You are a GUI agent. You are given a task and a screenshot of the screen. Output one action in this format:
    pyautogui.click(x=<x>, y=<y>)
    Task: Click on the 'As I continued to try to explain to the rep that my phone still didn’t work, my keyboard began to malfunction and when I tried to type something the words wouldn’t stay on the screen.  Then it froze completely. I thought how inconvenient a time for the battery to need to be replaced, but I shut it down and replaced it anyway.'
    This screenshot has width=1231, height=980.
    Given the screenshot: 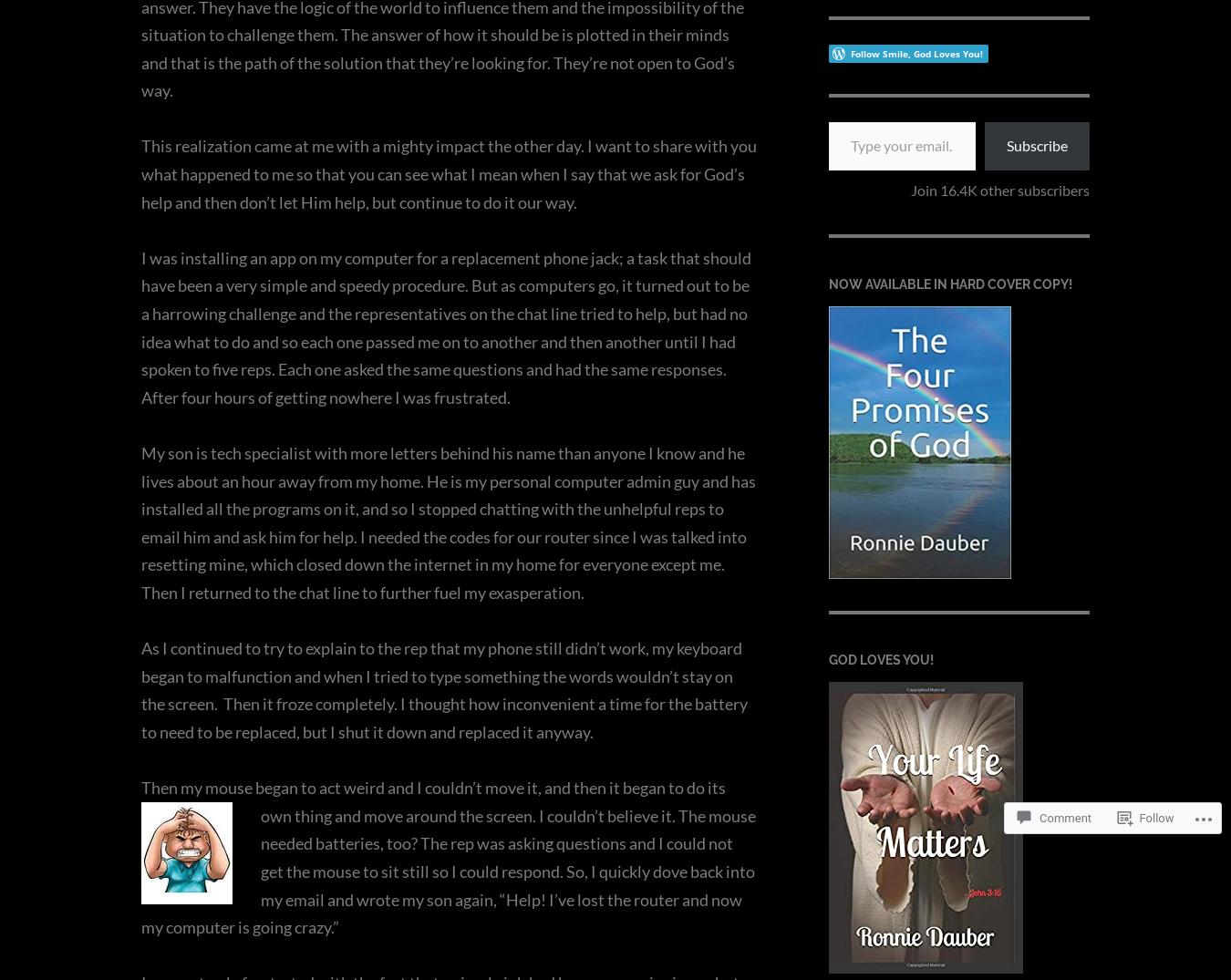 What is the action you would take?
    pyautogui.click(x=443, y=689)
    